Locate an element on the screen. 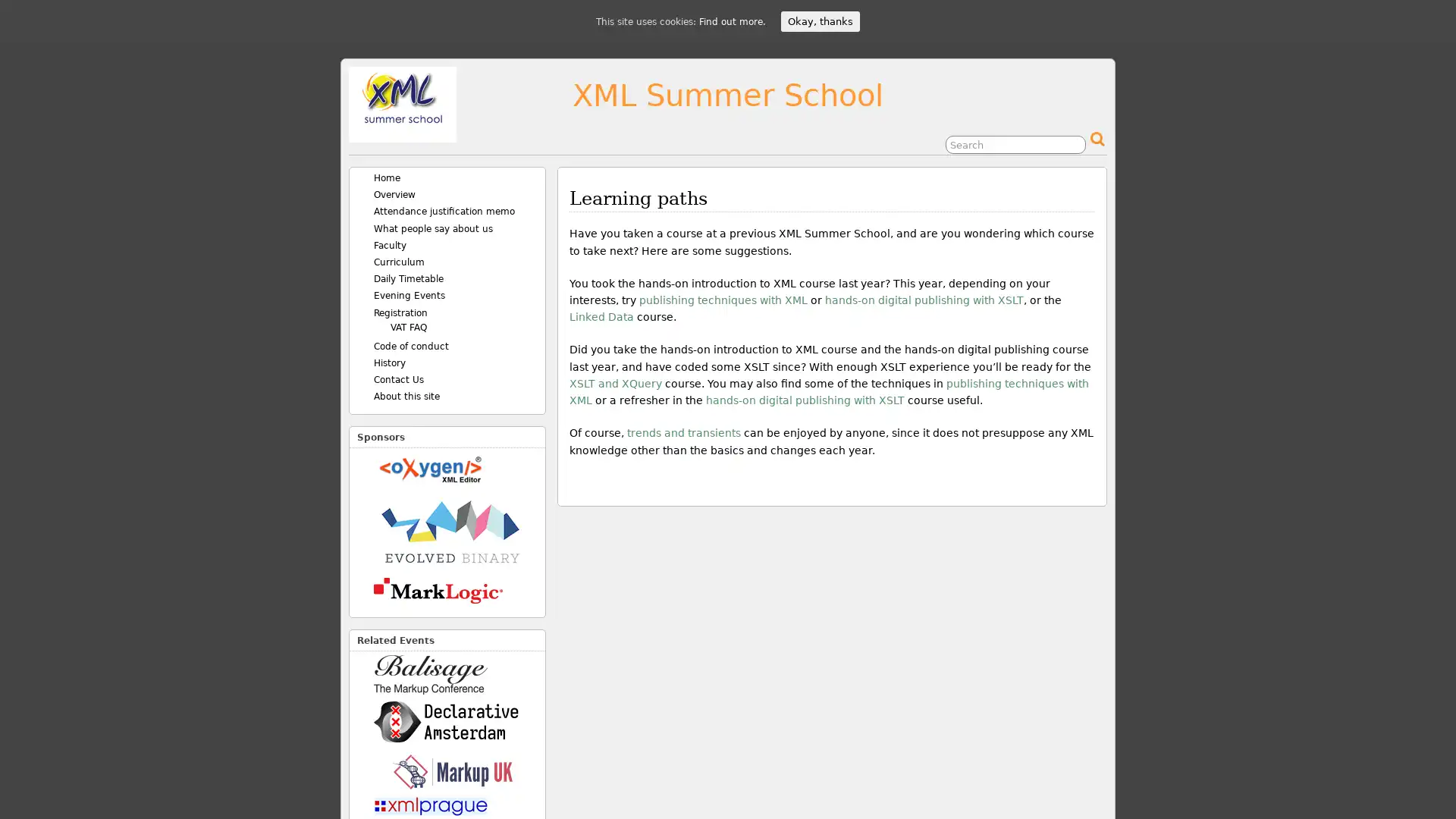 This screenshot has height=819, width=1456. Okay, thanks is located at coordinates (819, 21).